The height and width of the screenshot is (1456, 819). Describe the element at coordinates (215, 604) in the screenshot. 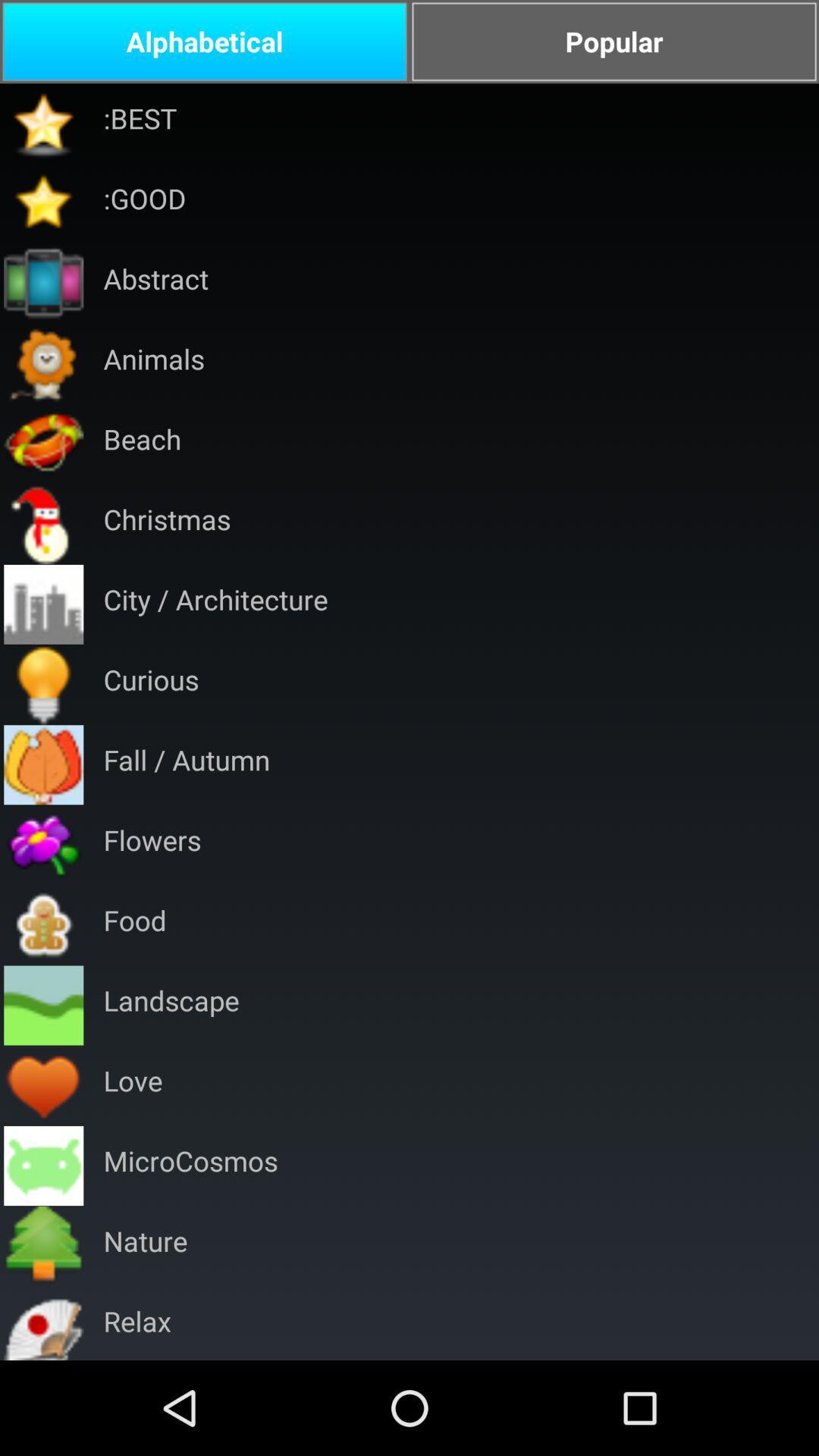

I see `the city / architecture` at that location.